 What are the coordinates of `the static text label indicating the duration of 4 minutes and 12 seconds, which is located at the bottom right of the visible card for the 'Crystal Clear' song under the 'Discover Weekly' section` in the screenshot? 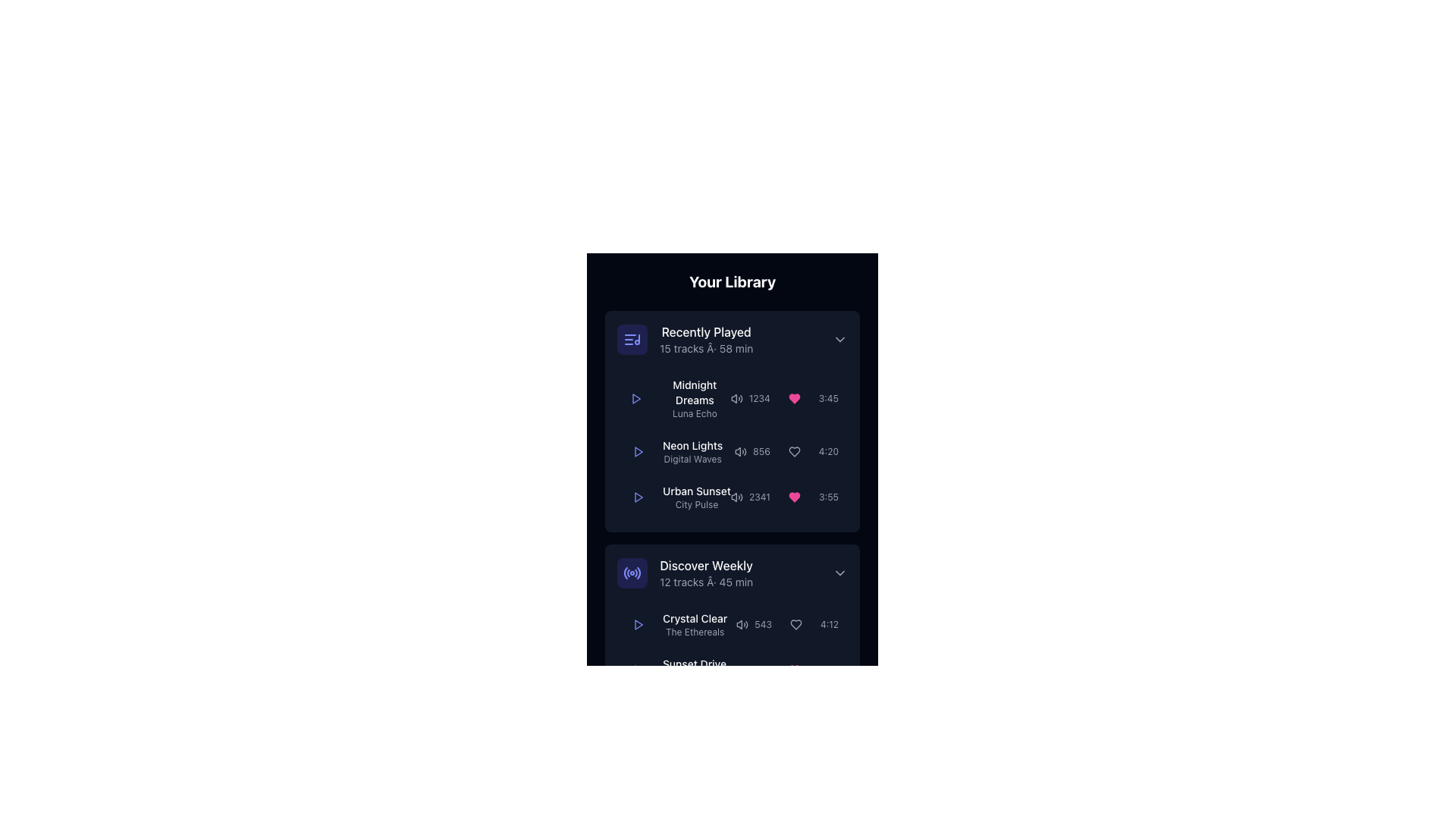 It's located at (829, 625).